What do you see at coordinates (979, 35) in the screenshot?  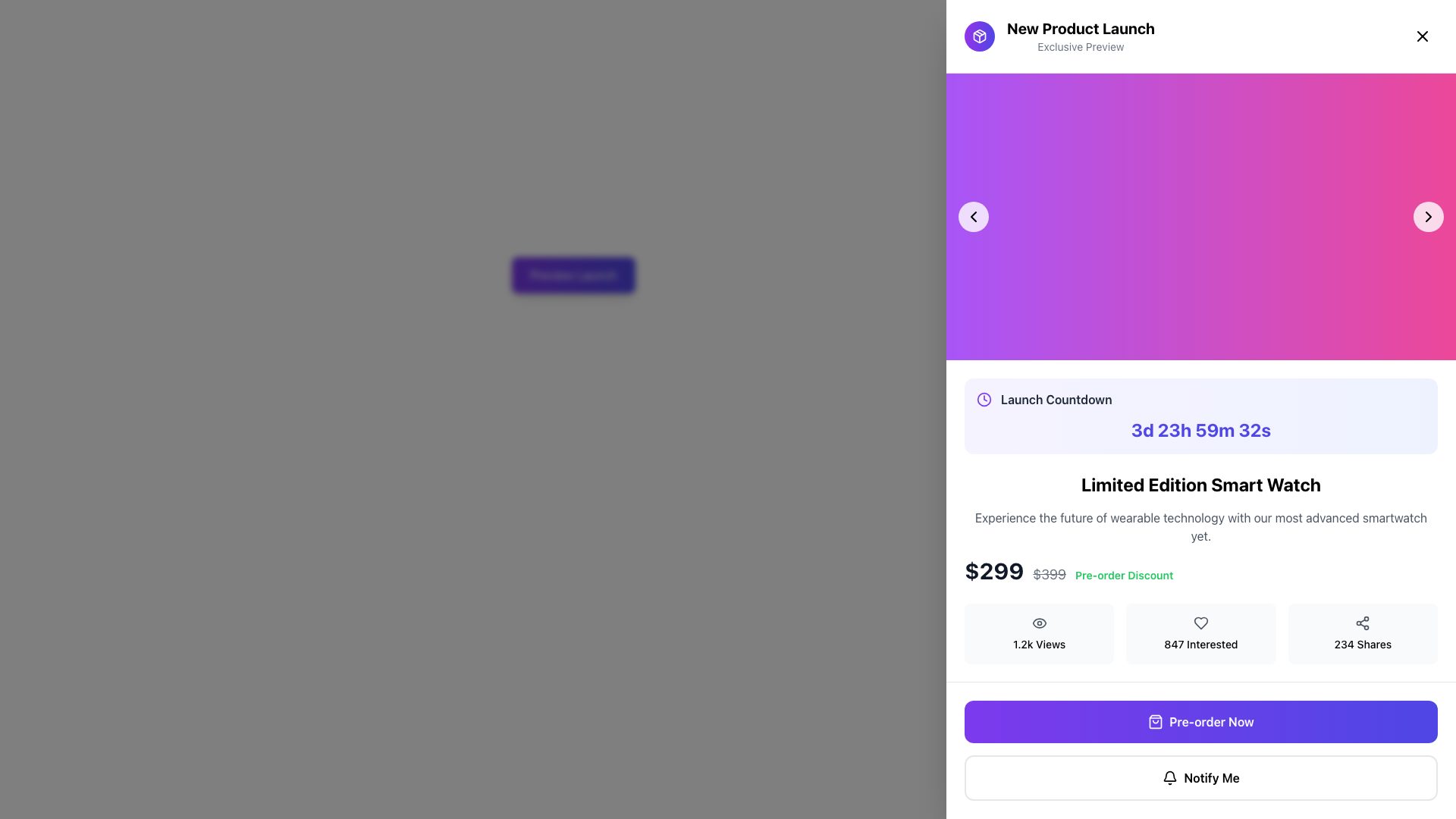 I see `the circular icon with a gradient background transitioning from purple to indigo, which contains a white geometric icon resembling a package, located to the left of the title 'New Product Launch'` at bounding box center [979, 35].